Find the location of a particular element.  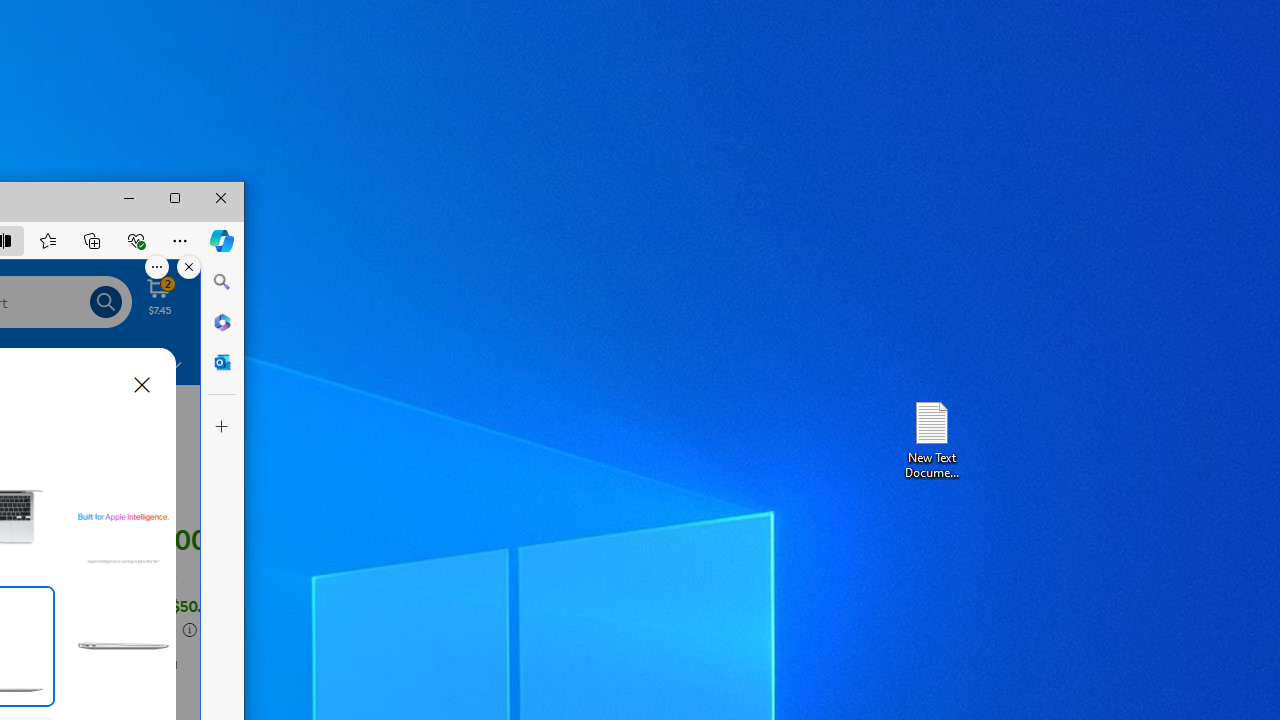

'Maximize' is located at coordinates (175, 198).